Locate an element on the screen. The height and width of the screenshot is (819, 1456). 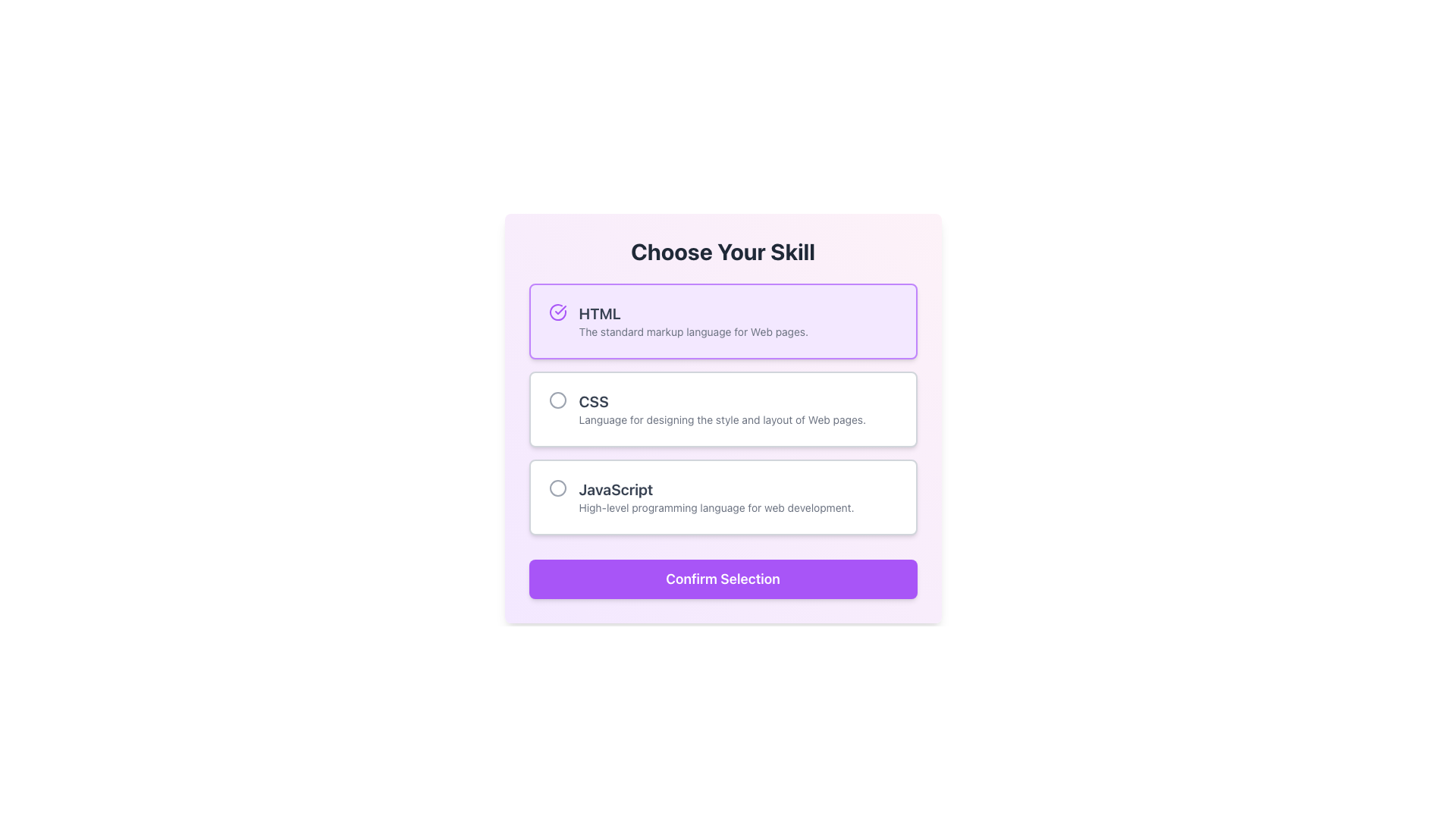
informational text block that displays the heading 'HTML' in bold and the subtitle 'The standard markup language for Web pages.' located at the top of the vertical list of options is located at coordinates (692, 321).